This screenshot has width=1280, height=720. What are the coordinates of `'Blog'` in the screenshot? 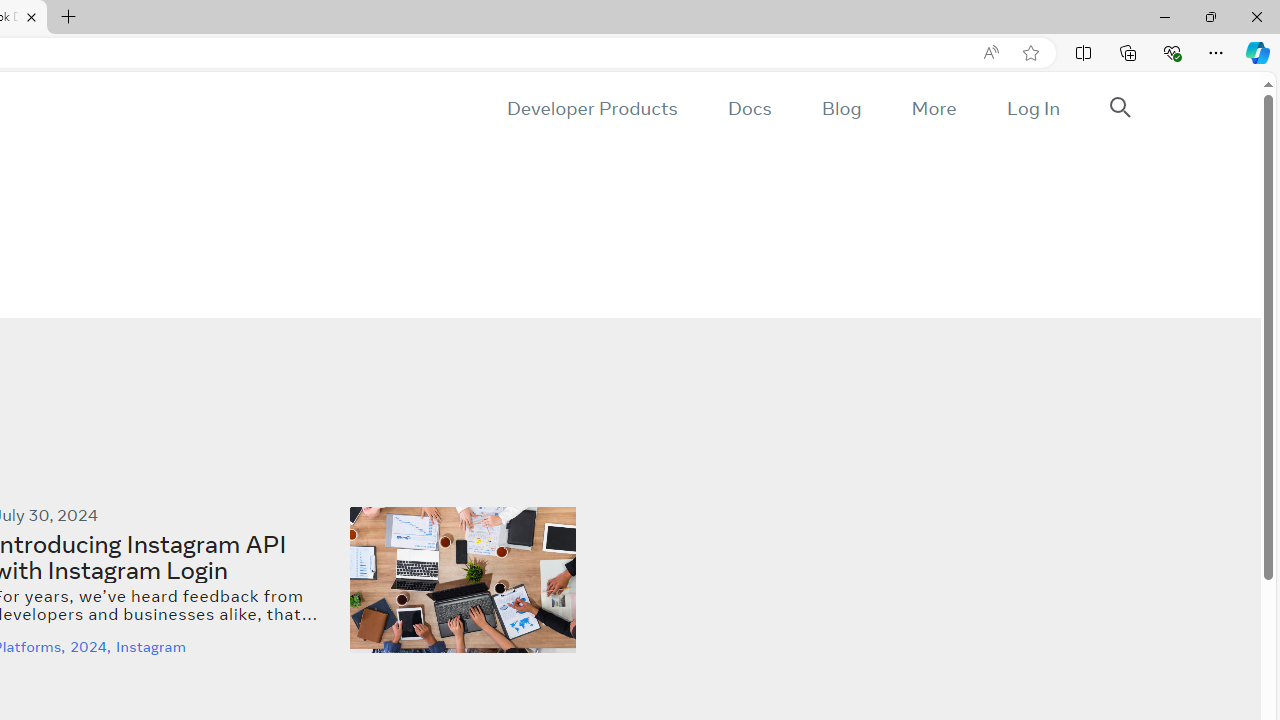 It's located at (841, 108).